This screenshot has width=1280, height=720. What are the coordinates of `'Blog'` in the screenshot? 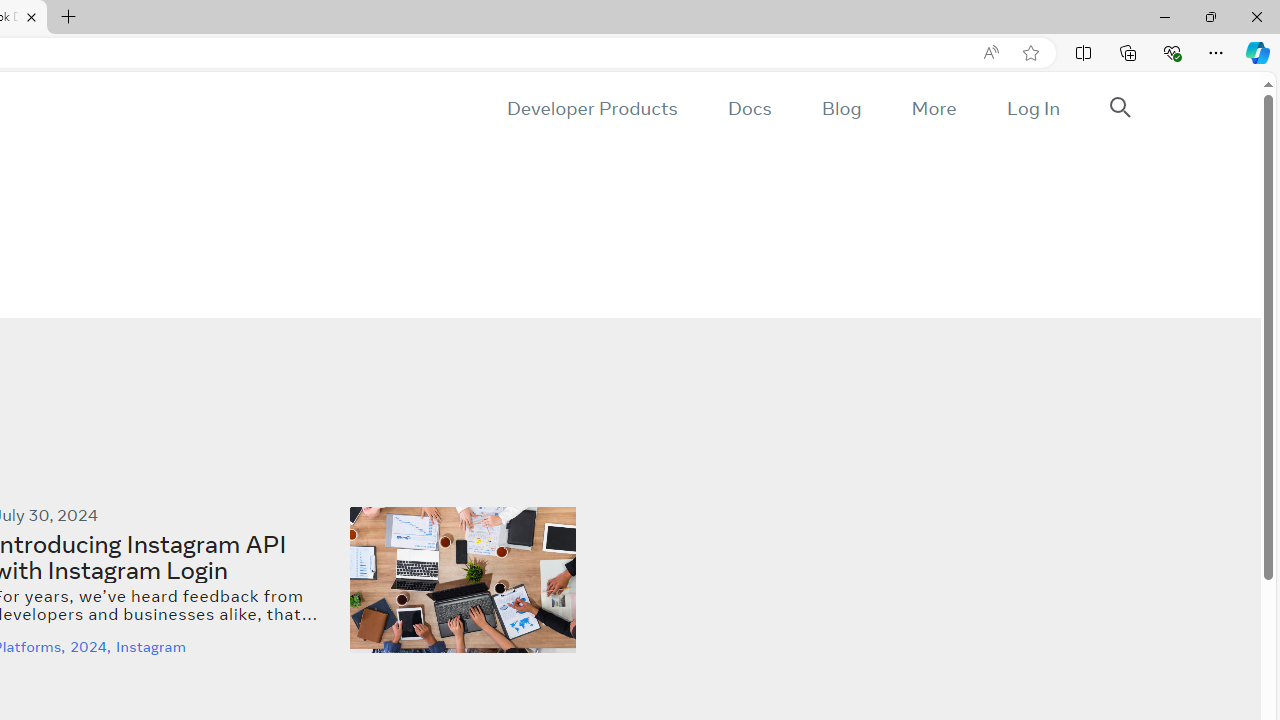 It's located at (841, 108).